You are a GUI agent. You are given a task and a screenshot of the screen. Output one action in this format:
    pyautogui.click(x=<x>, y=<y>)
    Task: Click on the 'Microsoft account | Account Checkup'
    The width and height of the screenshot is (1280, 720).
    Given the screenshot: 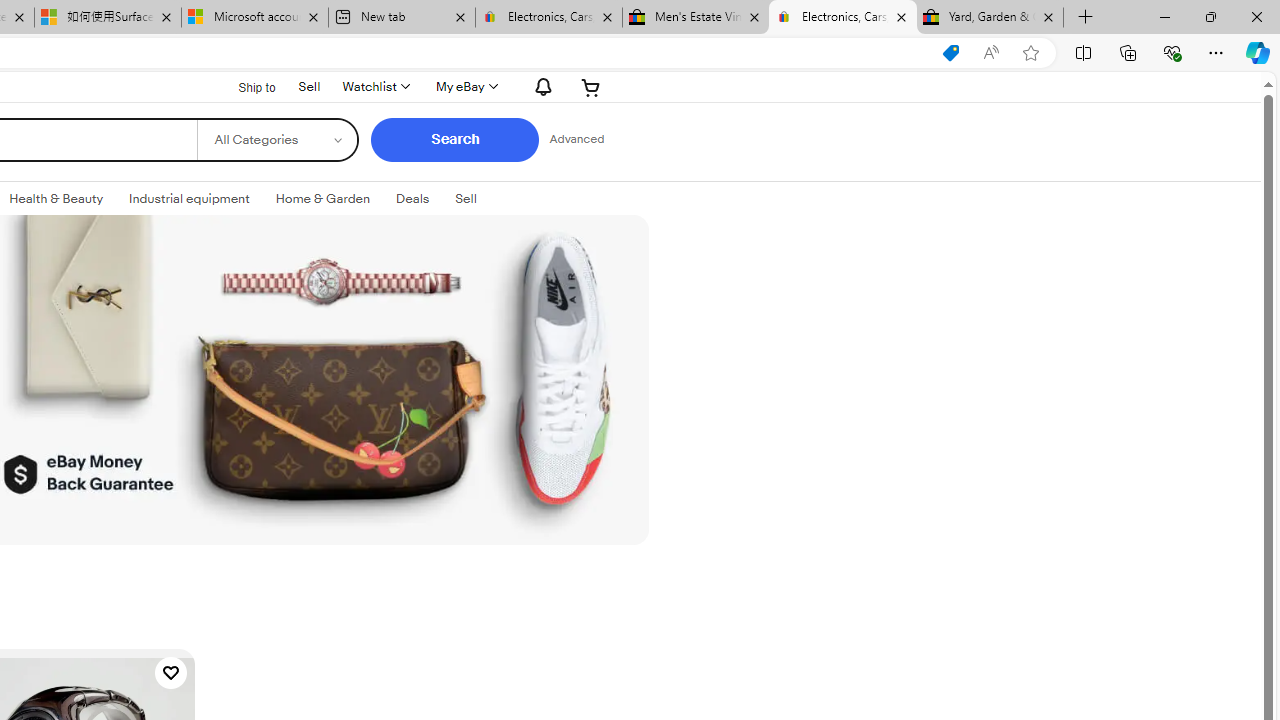 What is the action you would take?
    pyautogui.click(x=253, y=17)
    